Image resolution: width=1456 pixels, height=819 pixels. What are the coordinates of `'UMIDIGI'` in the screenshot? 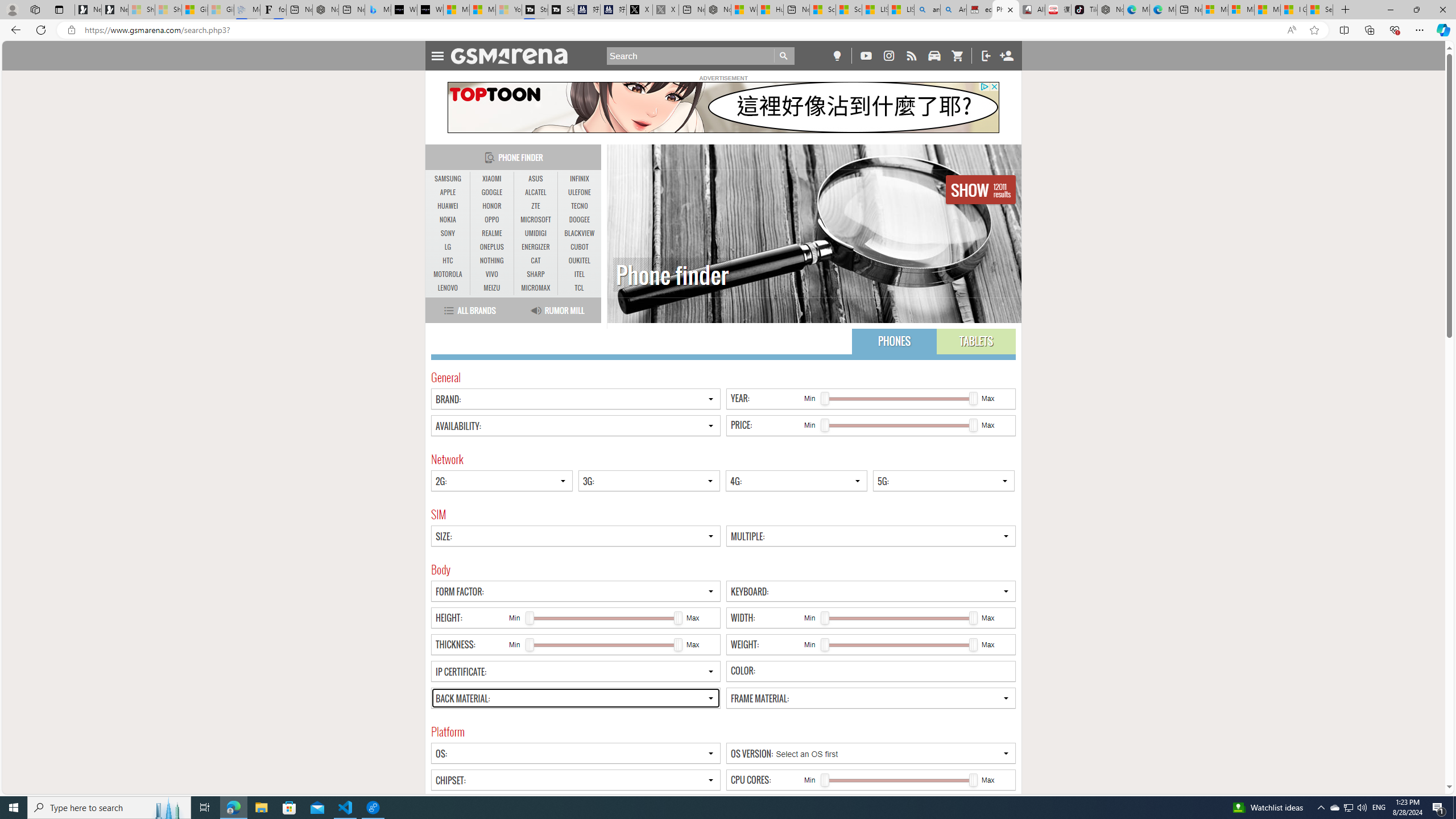 It's located at (535, 233).